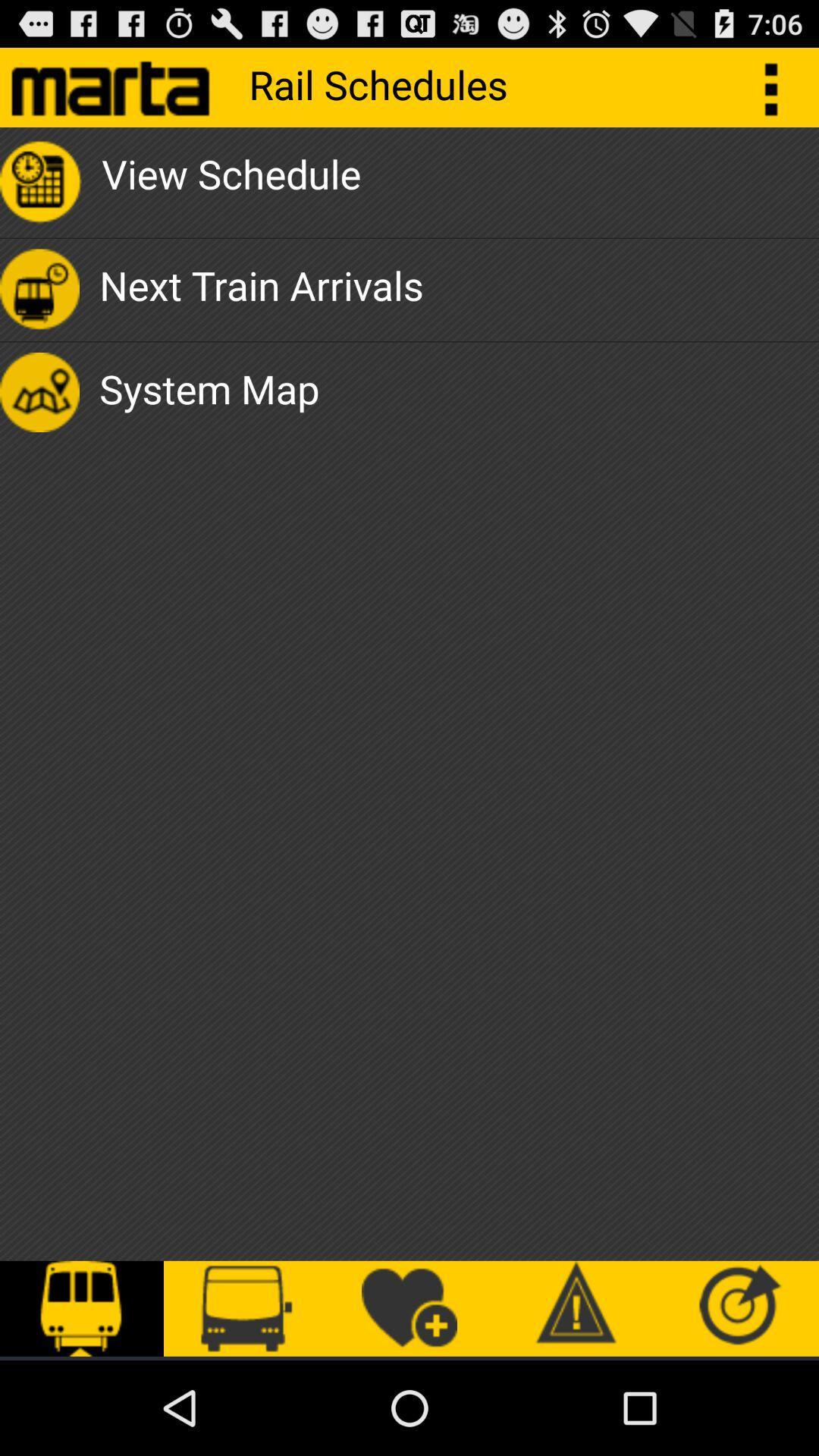 This screenshot has height=1456, width=819. What do you see at coordinates (736, 1308) in the screenshot?
I see `icon at the bottom right corner` at bounding box center [736, 1308].